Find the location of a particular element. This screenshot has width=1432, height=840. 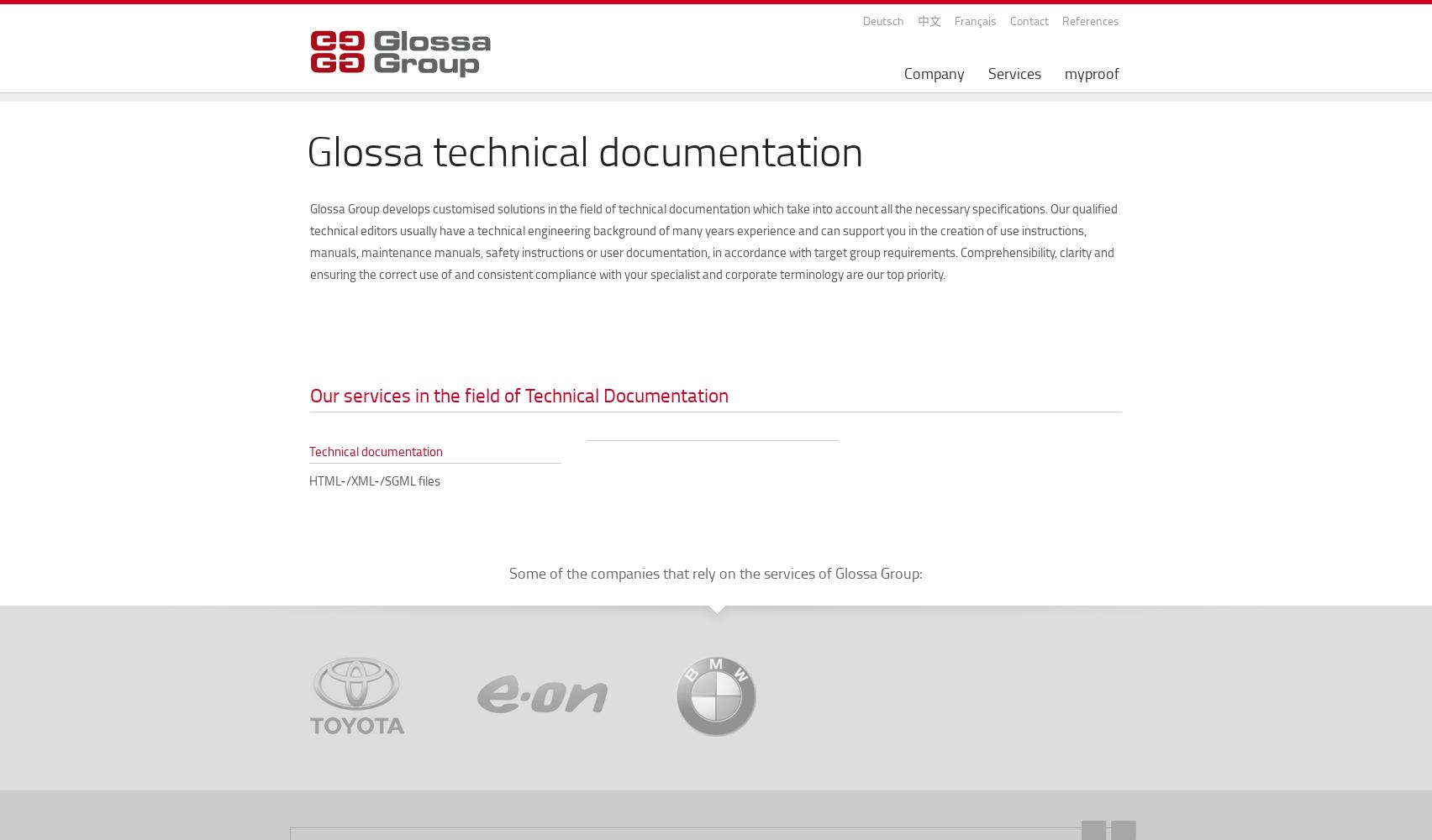

'References' is located at coordinates (1090, 20).